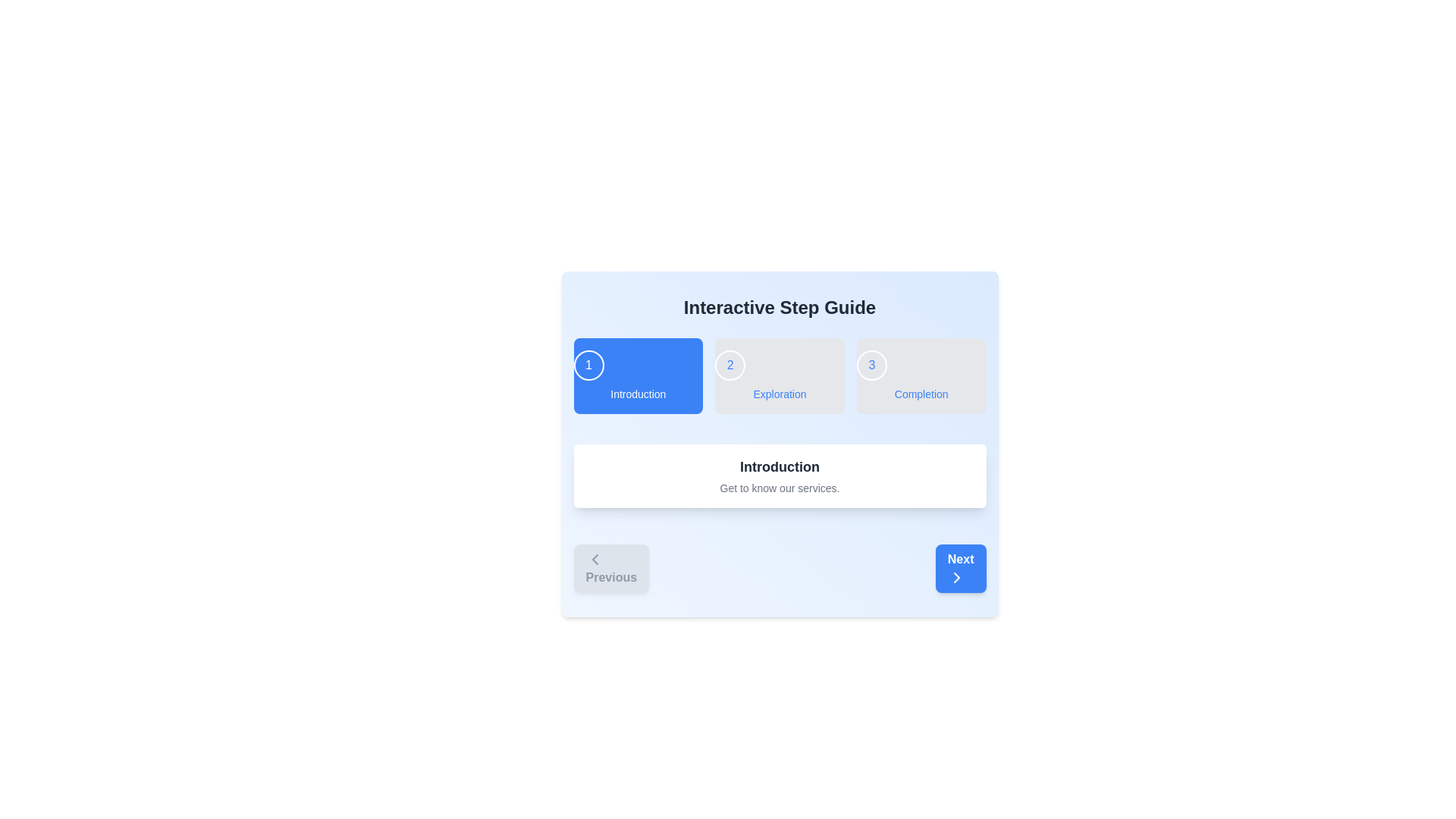  I want to click on the first step indicator button labeled 'Introduction' in the multi-step guide interface, so click(638, 375).